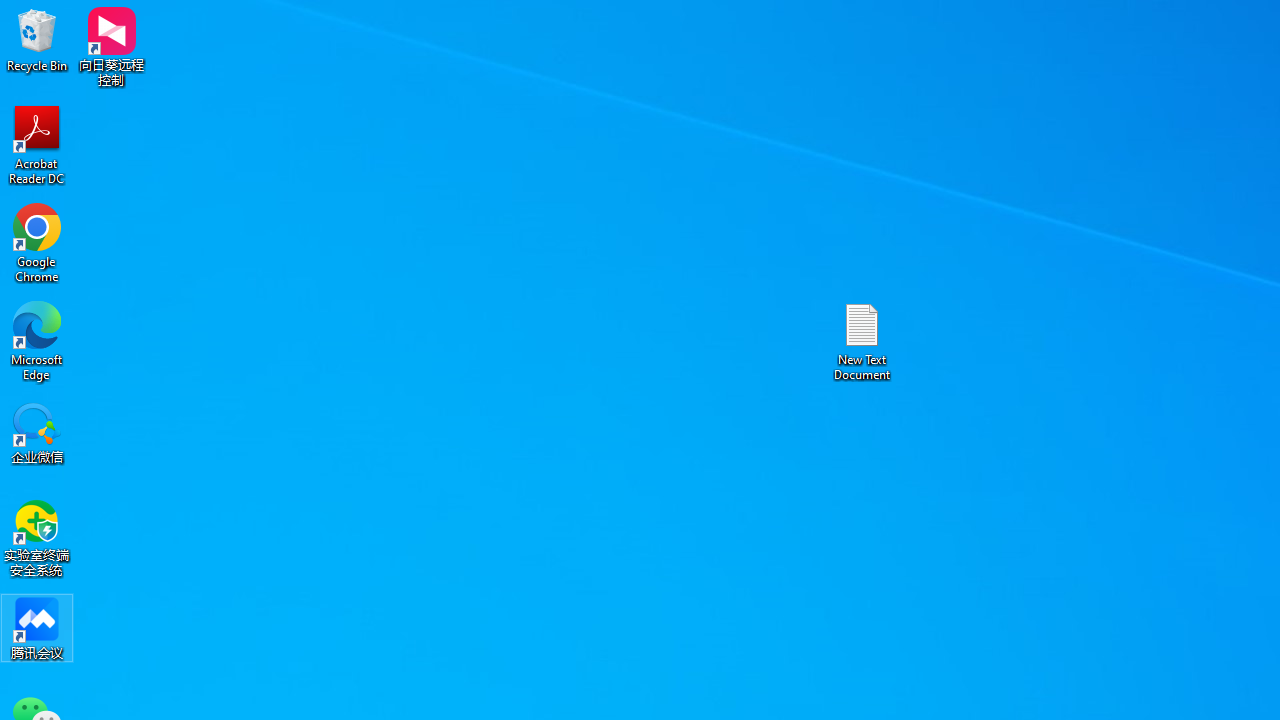 Image resolution: width=1280 pixels, height=720 pixels. I want to click on 'Google Chrome', so click(37, 242).